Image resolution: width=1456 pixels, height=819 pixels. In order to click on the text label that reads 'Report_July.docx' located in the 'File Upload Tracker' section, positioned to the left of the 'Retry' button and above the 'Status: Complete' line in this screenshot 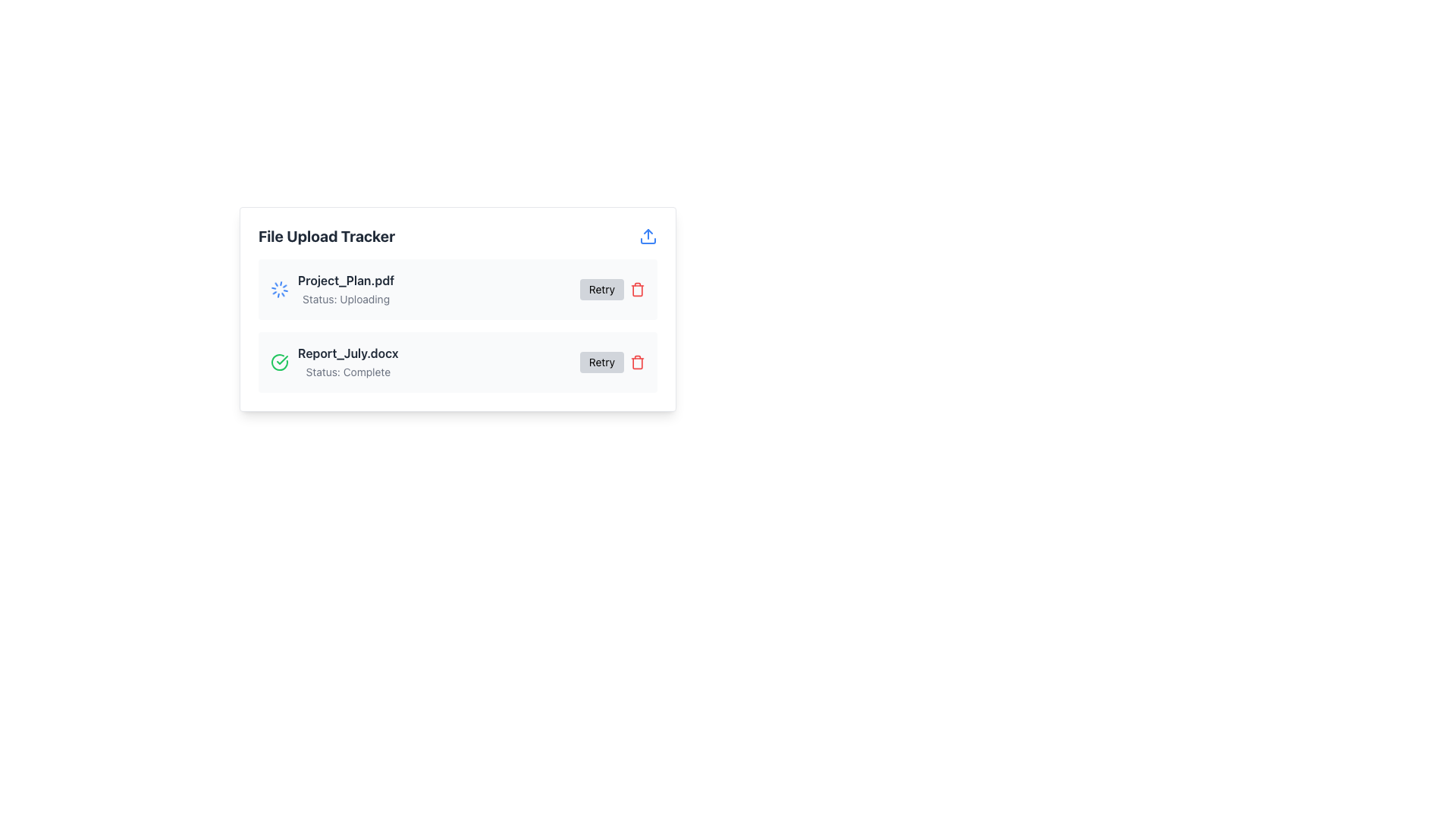, I will do `click(347, 353)`.